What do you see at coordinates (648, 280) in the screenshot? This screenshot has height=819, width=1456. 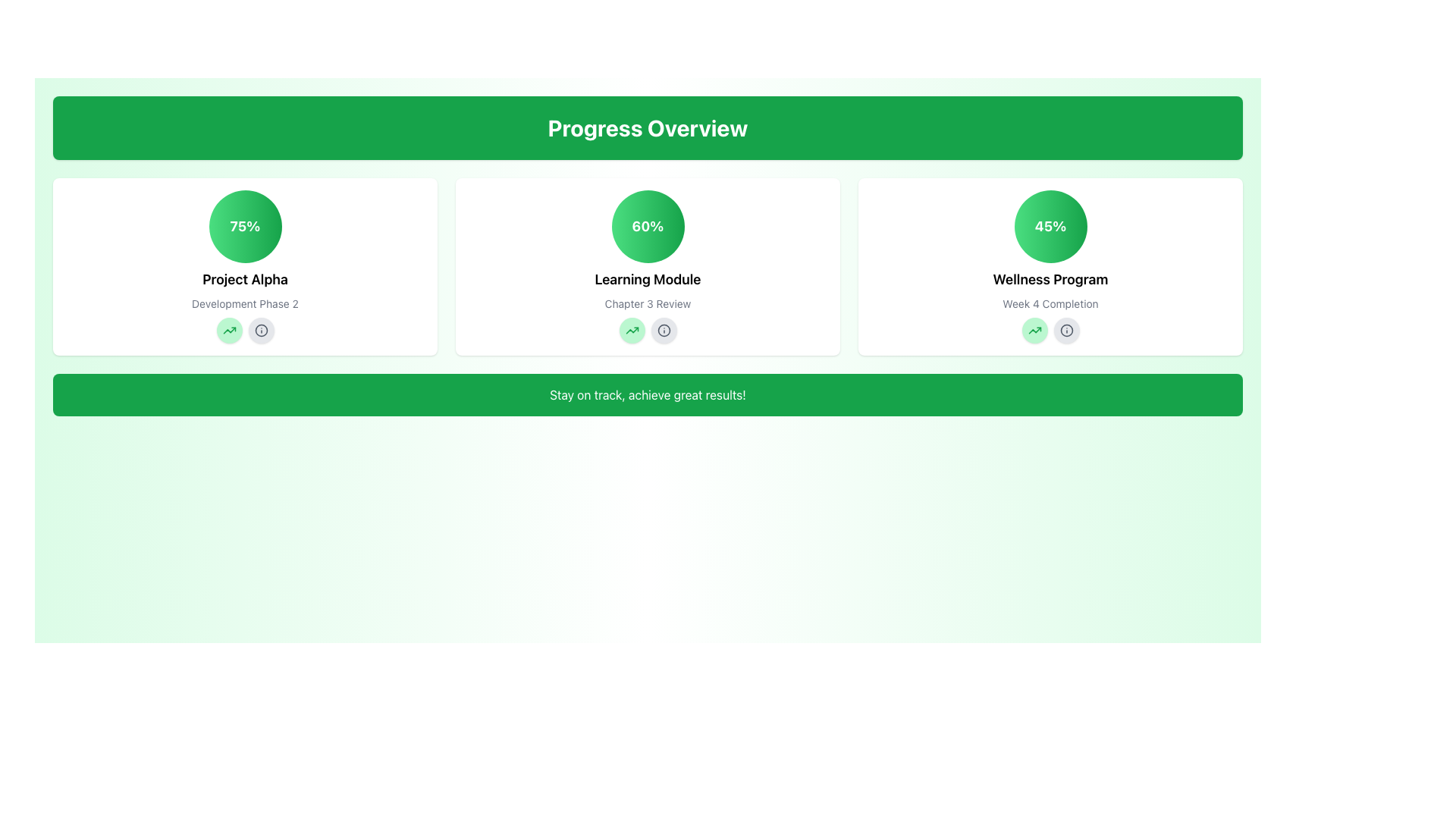 I see `the Text Label that identifies the module or activity, positioned directly below a green circular percentage value and centered among three horizontally aligned boxes` at bounding box center [648, 280].